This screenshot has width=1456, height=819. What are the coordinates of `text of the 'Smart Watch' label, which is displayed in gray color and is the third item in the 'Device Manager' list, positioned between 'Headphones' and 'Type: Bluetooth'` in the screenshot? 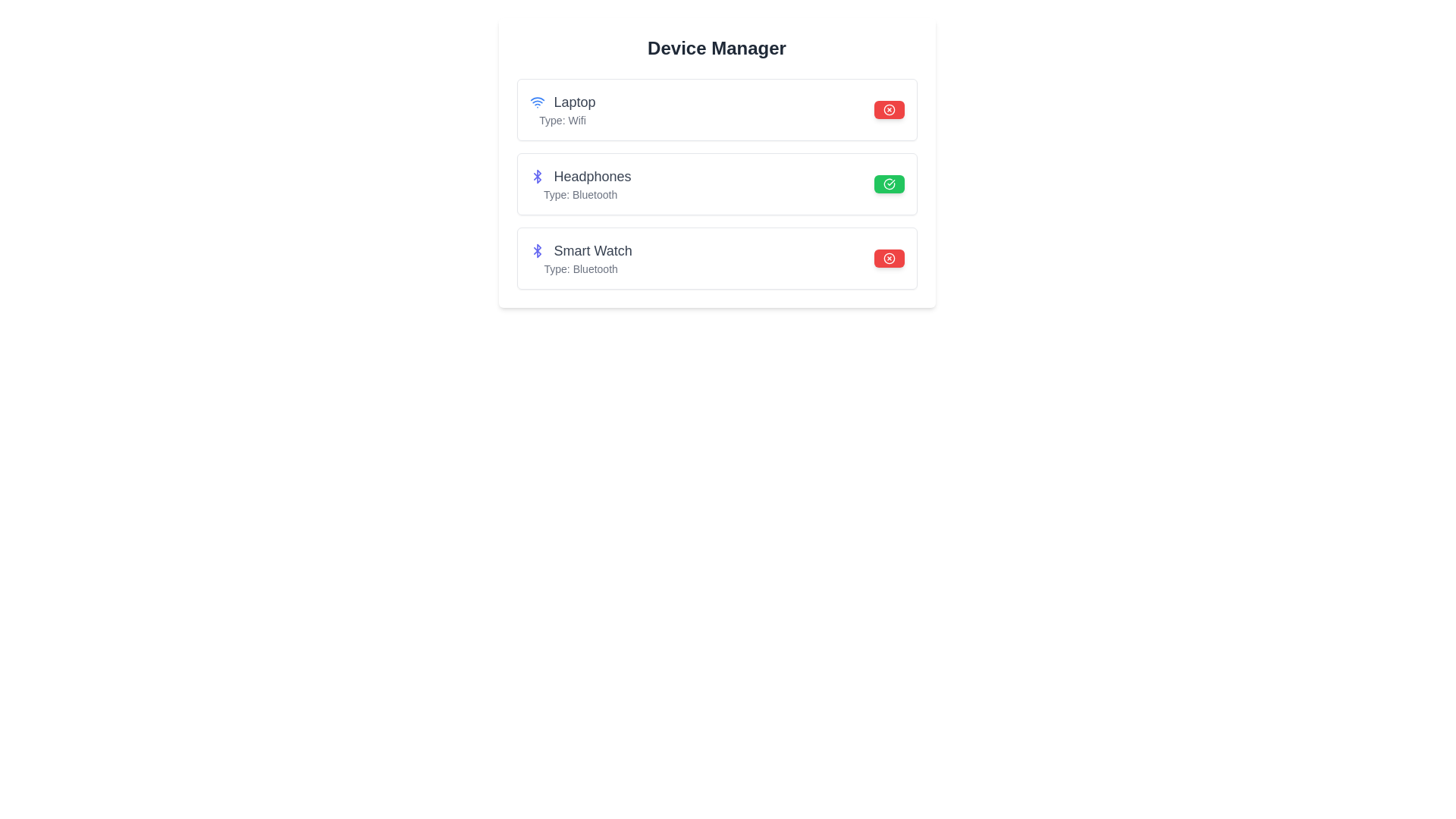 It's located at (580, 250).